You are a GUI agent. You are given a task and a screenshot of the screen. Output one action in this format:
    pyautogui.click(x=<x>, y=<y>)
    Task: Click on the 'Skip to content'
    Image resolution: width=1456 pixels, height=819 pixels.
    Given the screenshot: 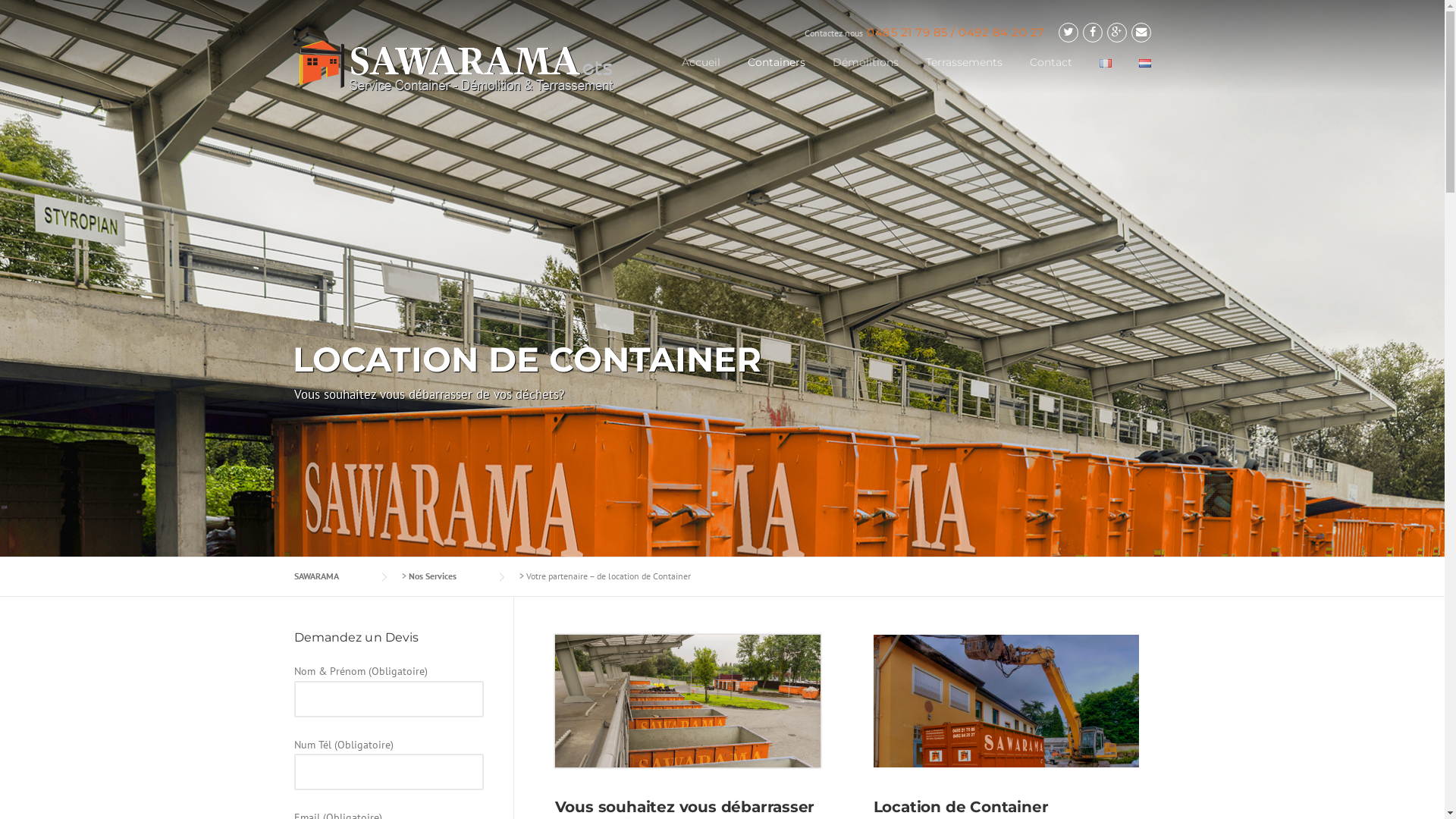 What is the action you would take?
    pyautogui.click(x=0, y=0)
    